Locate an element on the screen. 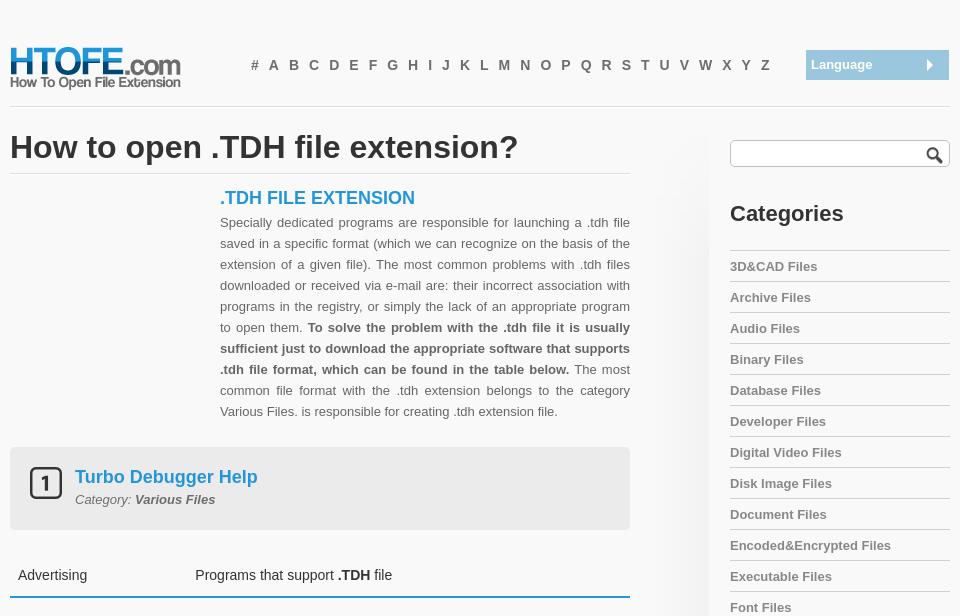 The width and height of the screenshot is (960, 616). 'Specially dedicated programs are responsible for launching a .tdh file saved in a specific format (which we can recognize on the basis of the extension of a given file). The most common problems with .tdh files downloaded or received via e-mail are: their incorrect association with programs in the registry, or simply the lack of an appropriate program to open them.' is located at coordinates (424, 273).